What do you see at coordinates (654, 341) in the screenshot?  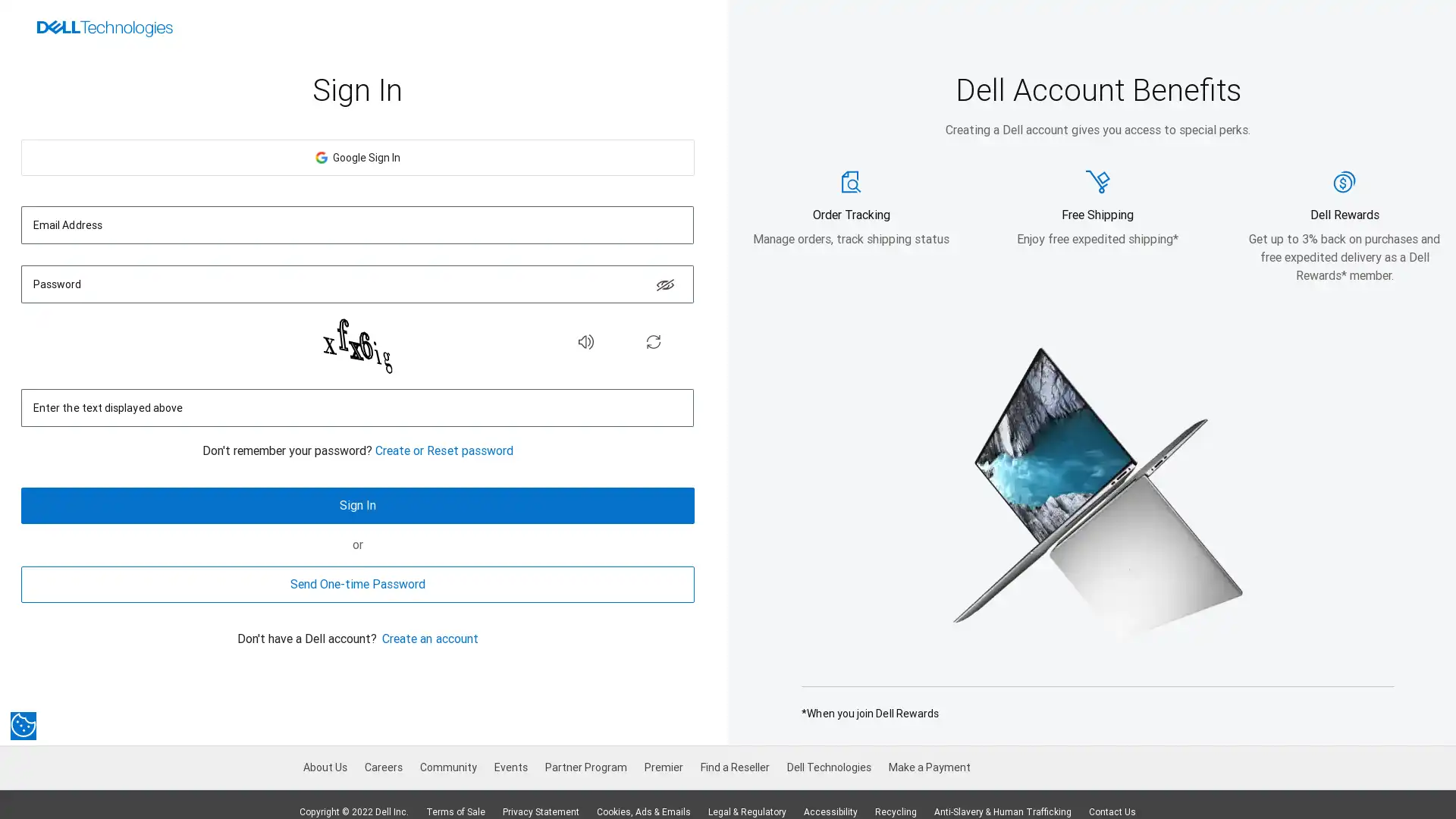 I see `captchaRefreshIcon_6367f6ca-64b7-46ff-b7e6-fa4b71907169` at bounding box center [654, 341].